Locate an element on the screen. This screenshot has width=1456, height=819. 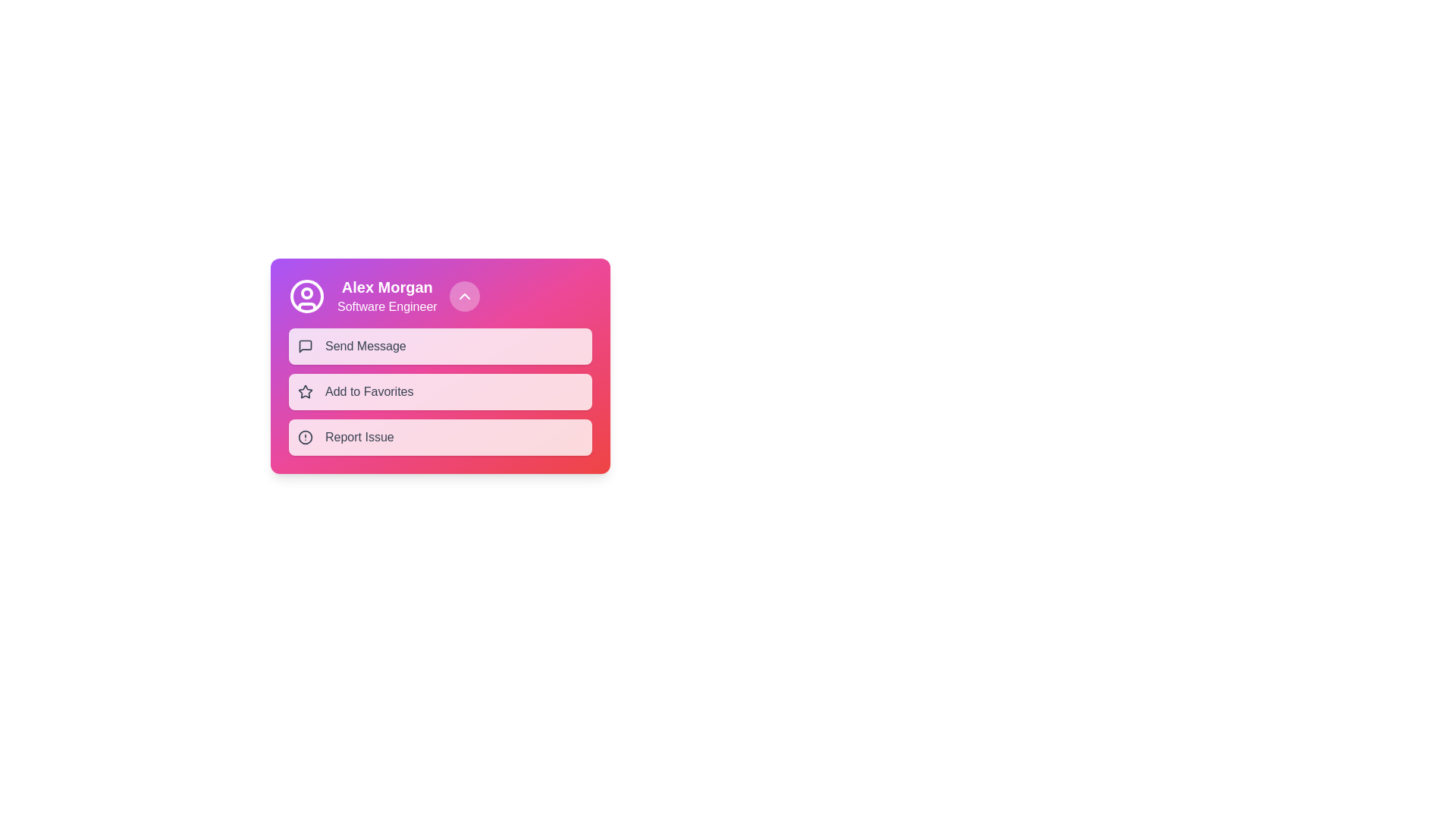
the text label displaying the professional title of Alex Morgan, located directly below the name within the profile card is located at coordinates (387, 307).